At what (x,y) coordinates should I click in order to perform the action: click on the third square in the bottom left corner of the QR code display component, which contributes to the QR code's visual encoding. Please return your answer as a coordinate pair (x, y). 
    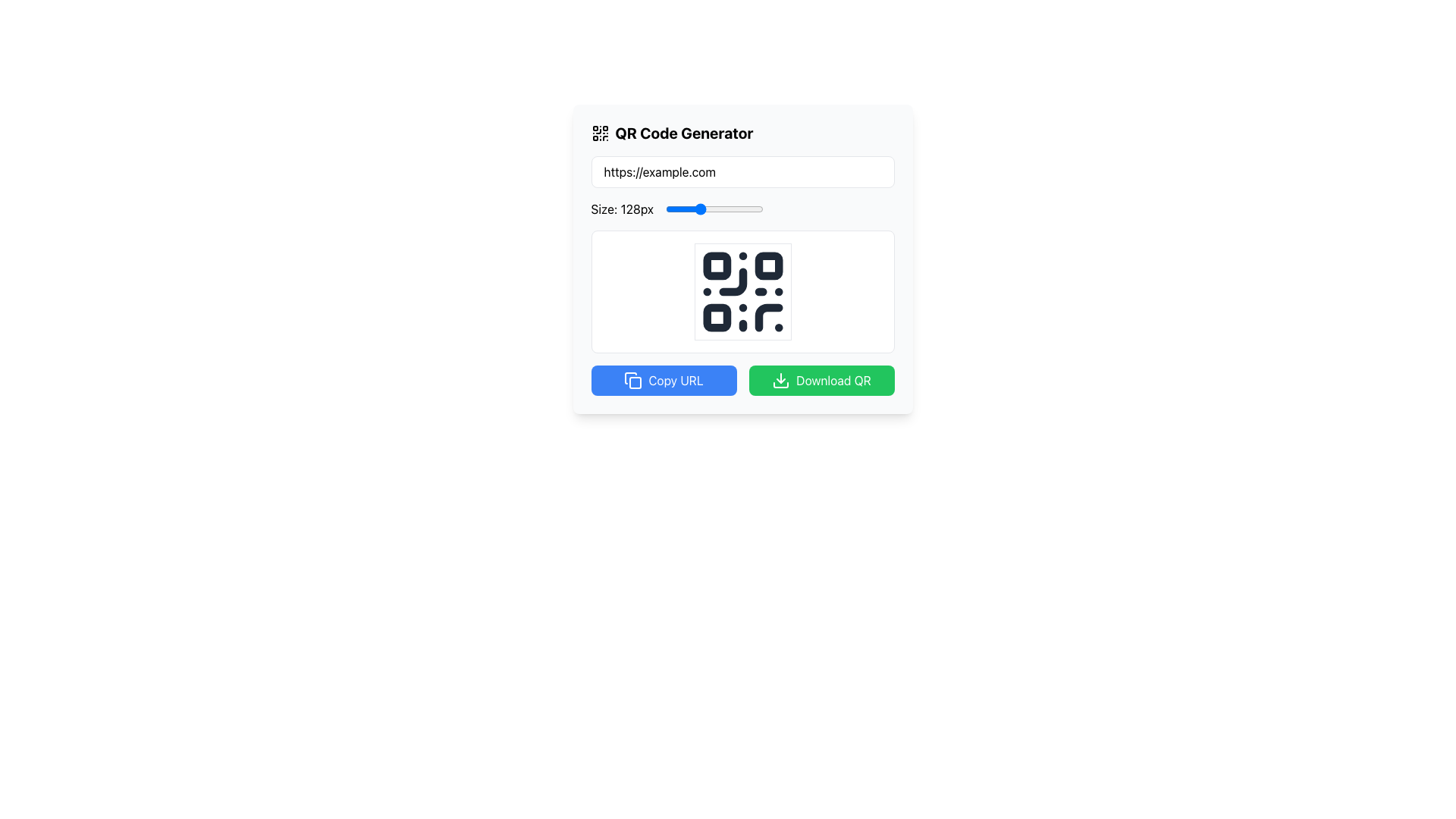
    Looking at the image, I should click on (716, 317).